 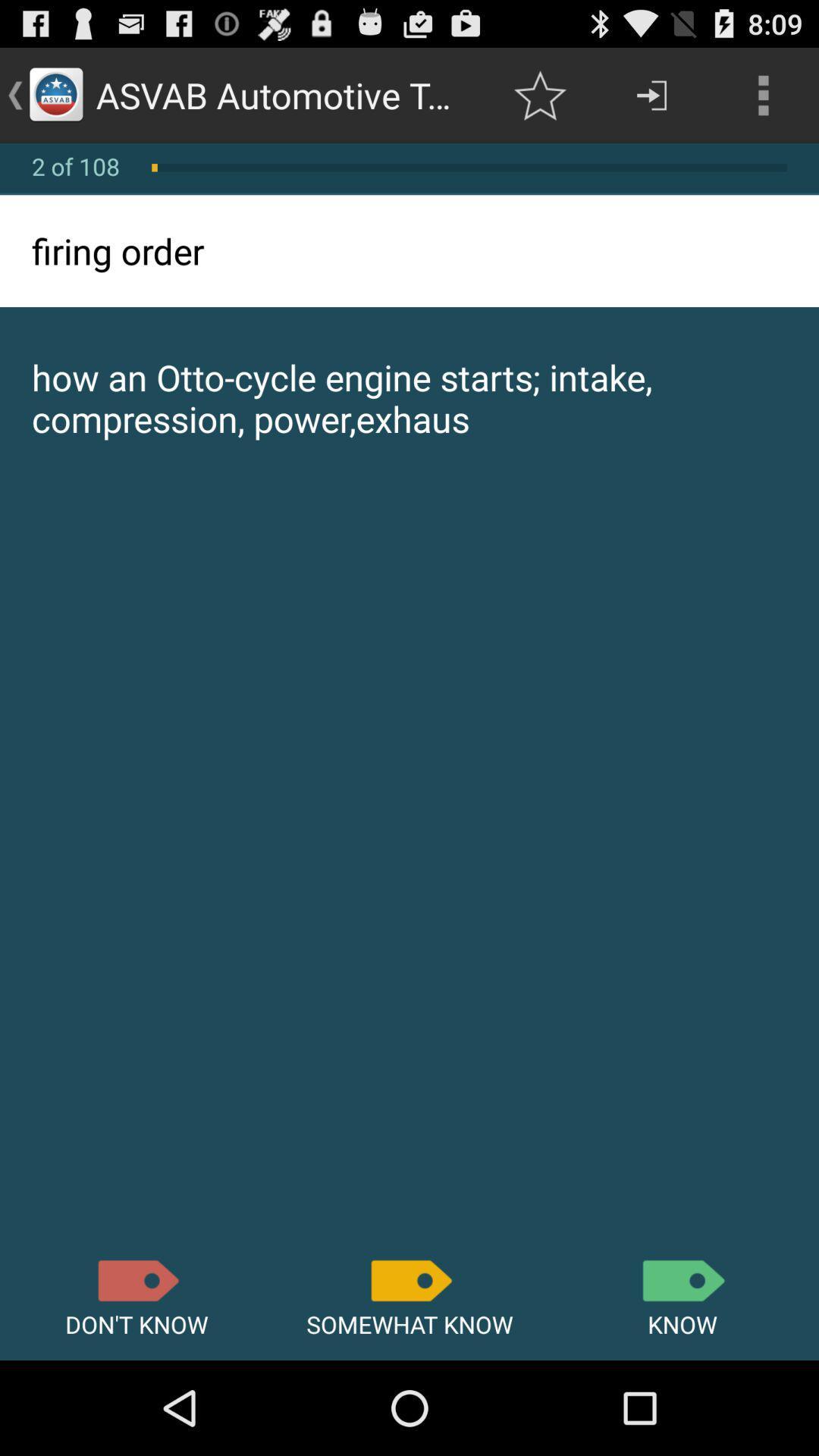 What do you see at coordinates (136, 1280) in the screenshot?
I see `the item below the how an otto` at bounding box center [136, 1280].